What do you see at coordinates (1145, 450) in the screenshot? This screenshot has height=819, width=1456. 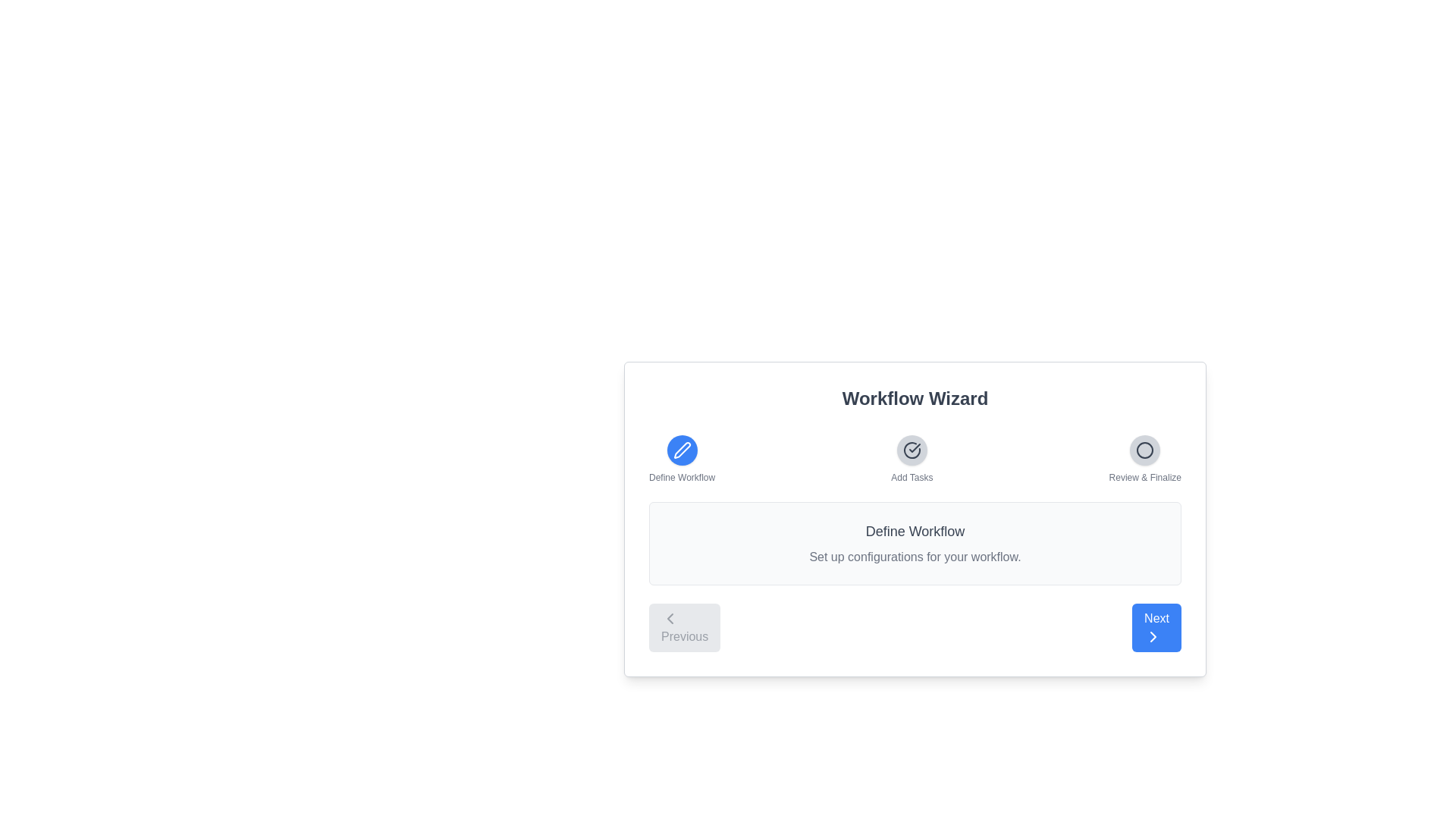 I see `the Circular icon representing the 'Review & Finalize' section in the Workflow Wizard interface` at bounding box center [1145, 450].